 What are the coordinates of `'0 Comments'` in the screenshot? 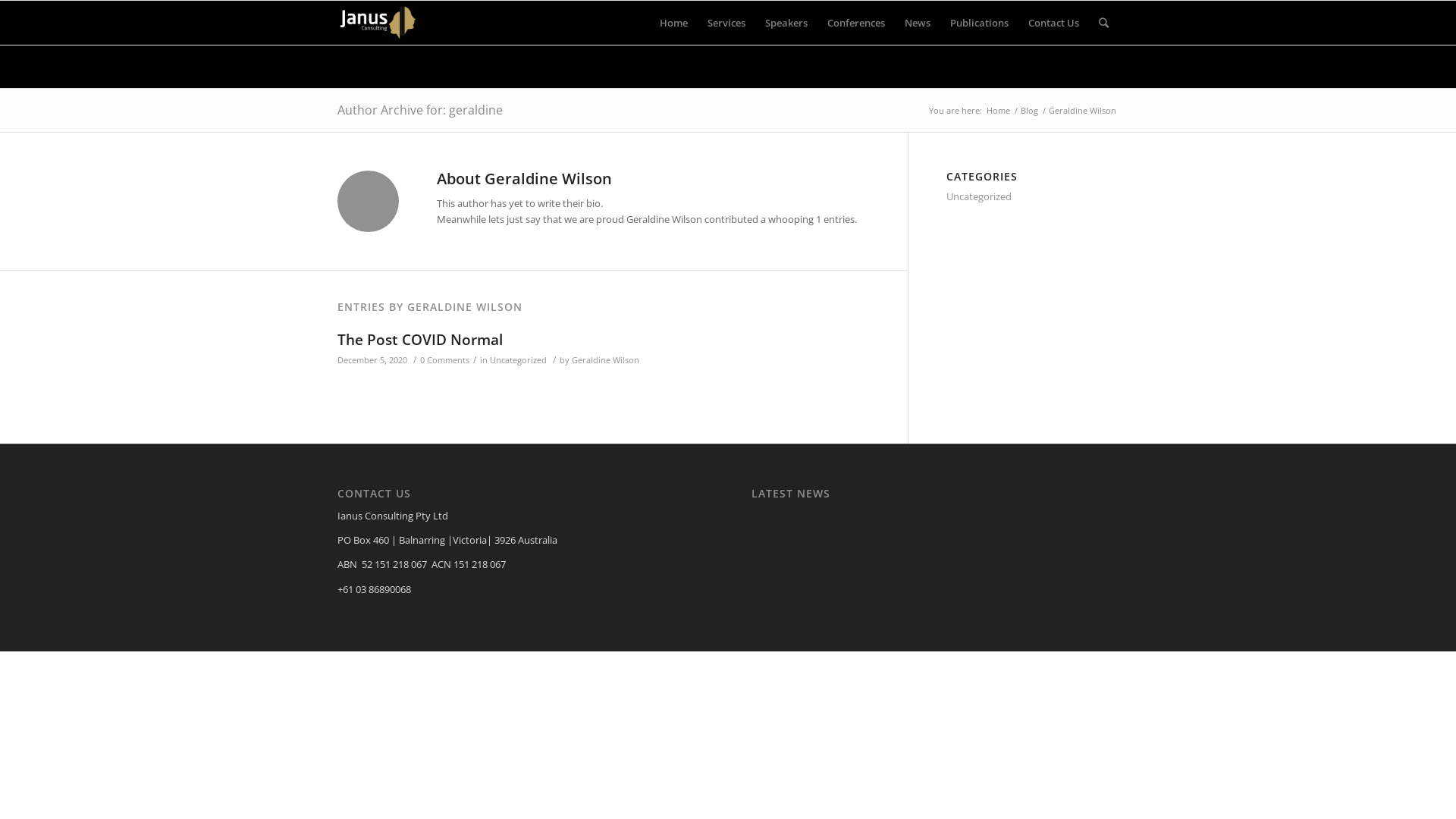 It's located at (419, 359).